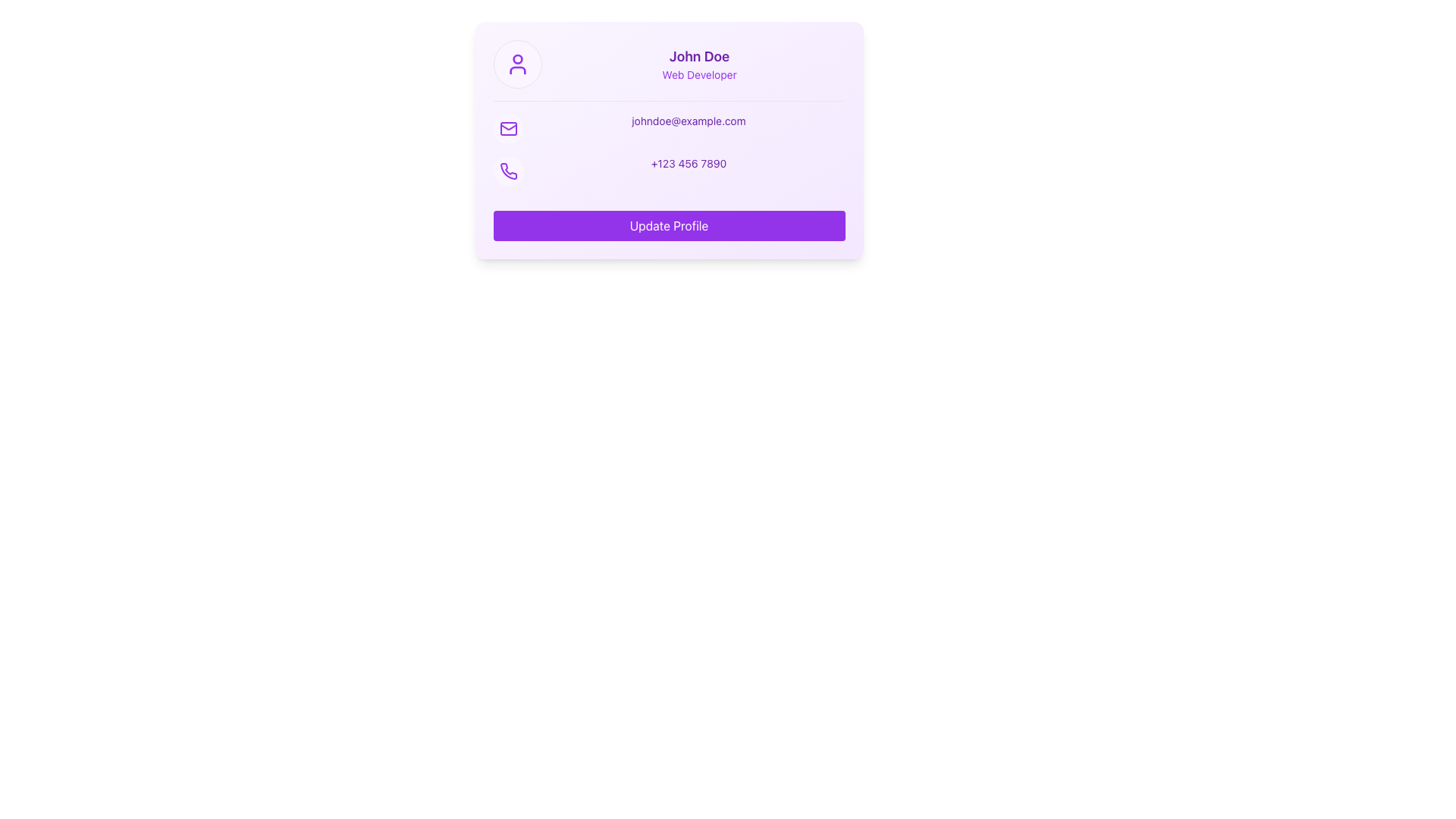  I want to click on the circular icon with a purple envelope symbol located to the left of the email address 'johndoe@example.com' in the second row of the contact information section, so click(508, 127).